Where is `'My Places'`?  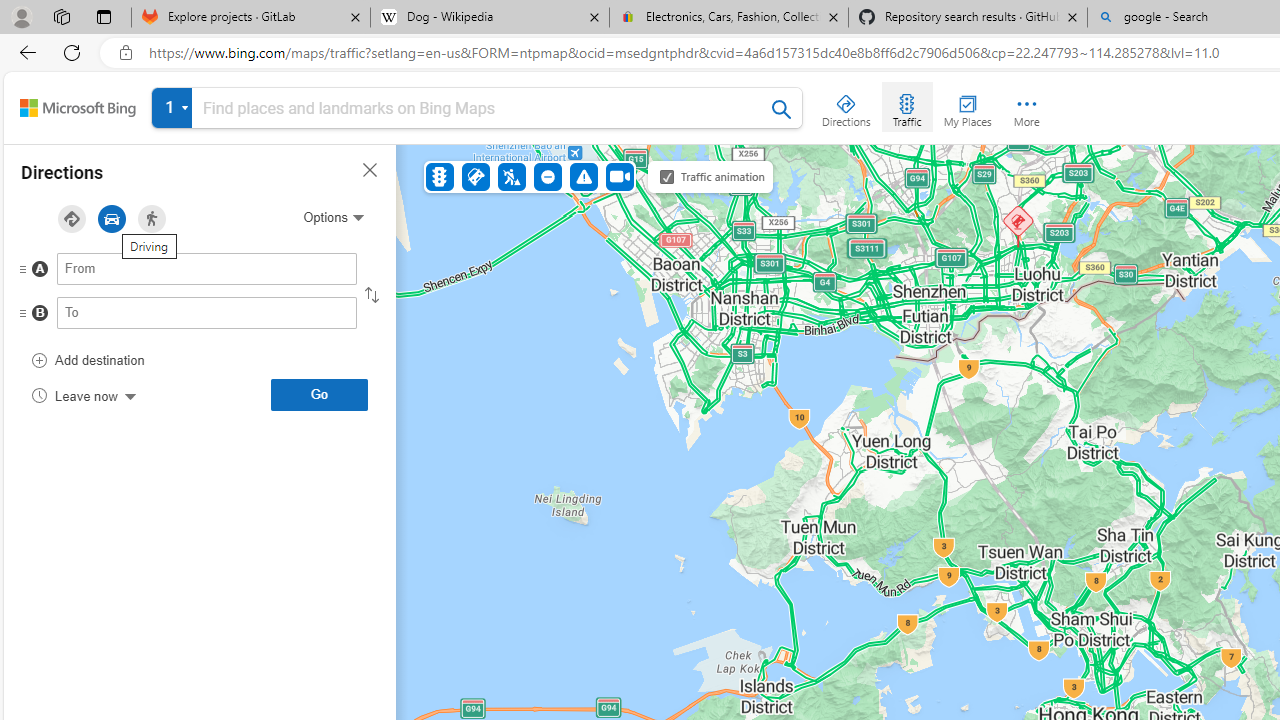 'My Places' is located at coordinates (967, 106).